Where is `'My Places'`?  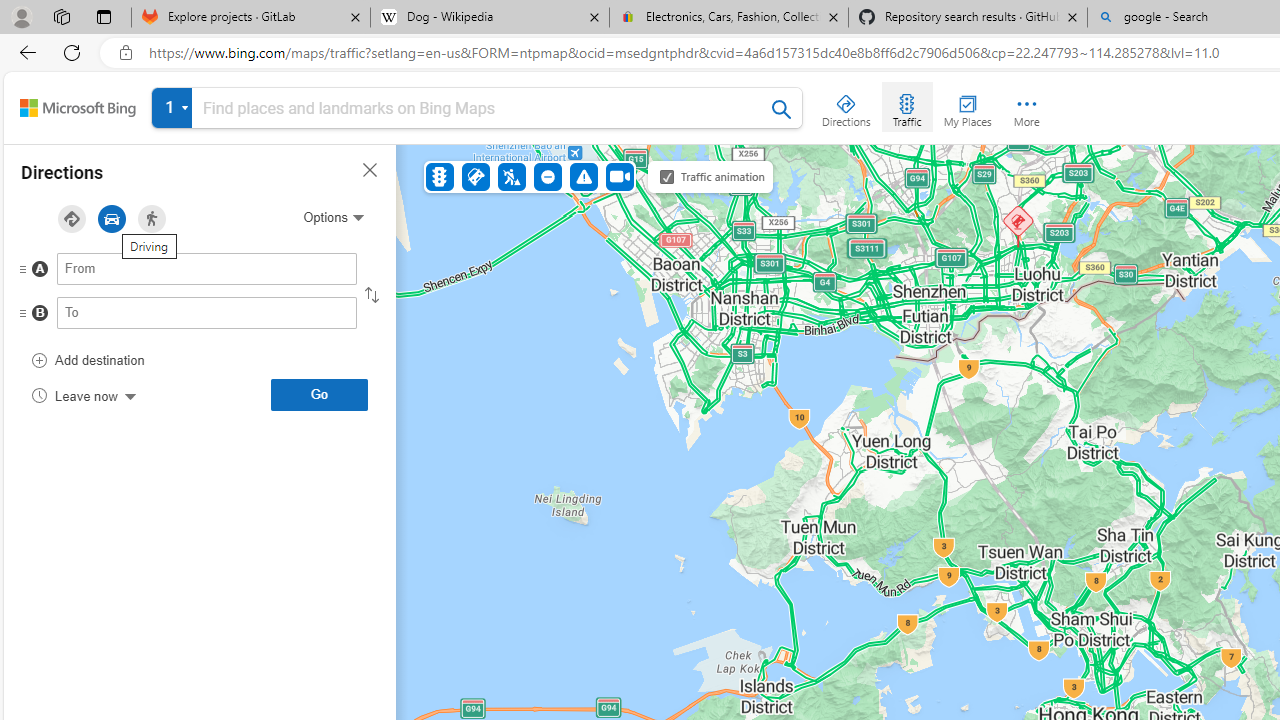 'My Places' is located at coordinates (967, 106).